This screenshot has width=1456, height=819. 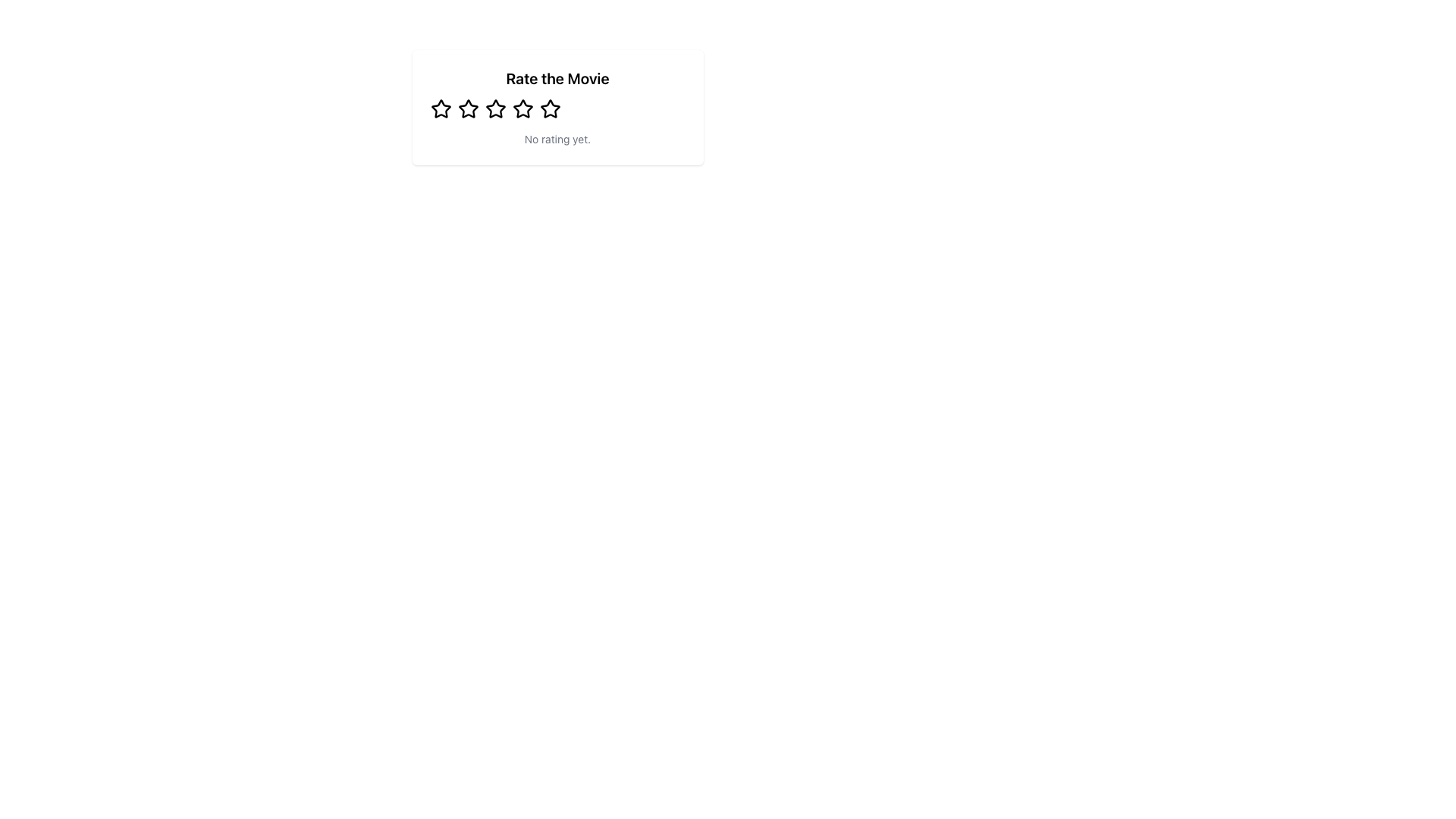 What do you see at coordinates (557, 107) in the screenshot?
I see `the Rating module that has a heading 'Rate the Movie', five outlined star icons for rating, and a message 'No rating yet.' below the stars` at bounding box center [557, 107].